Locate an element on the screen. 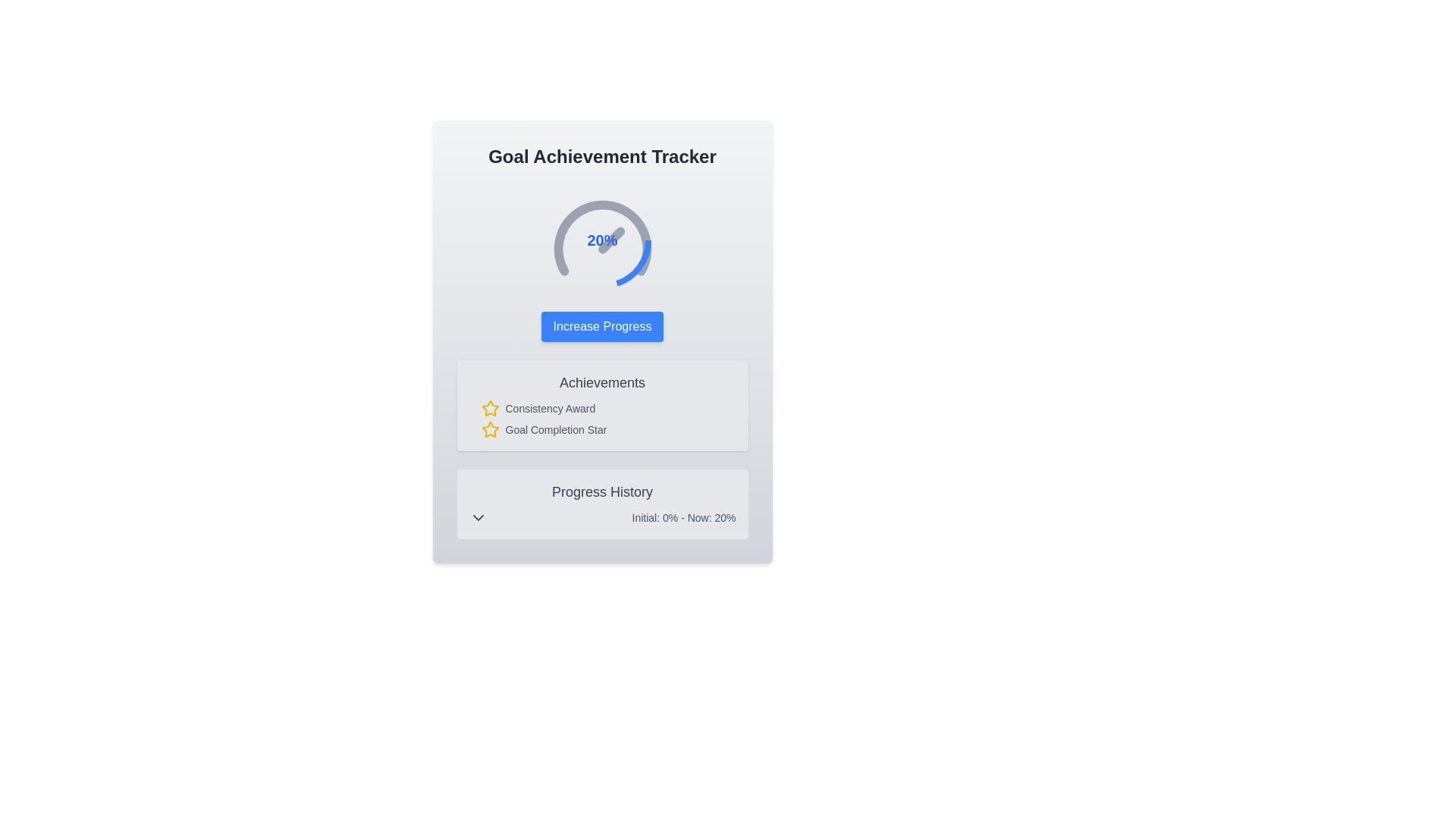  progress details displayed on the 'Progress History' panel, which shows 'Initial: 0% - Now: 20%' is located at coordinates (601, 504).